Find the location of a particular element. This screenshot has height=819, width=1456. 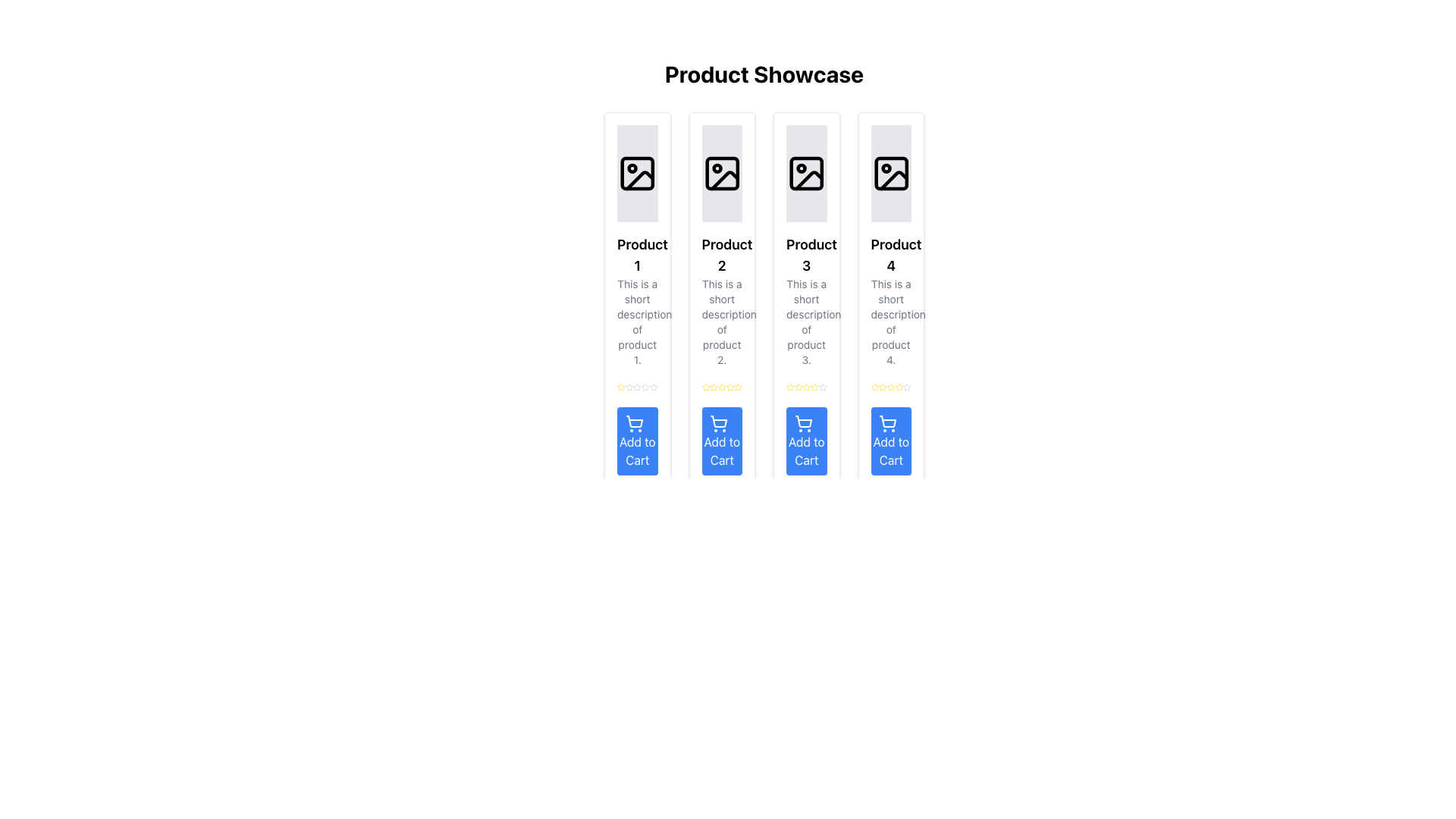

the fourth star icon in the rating section for Product 3 is located at coordinates (814, 386).